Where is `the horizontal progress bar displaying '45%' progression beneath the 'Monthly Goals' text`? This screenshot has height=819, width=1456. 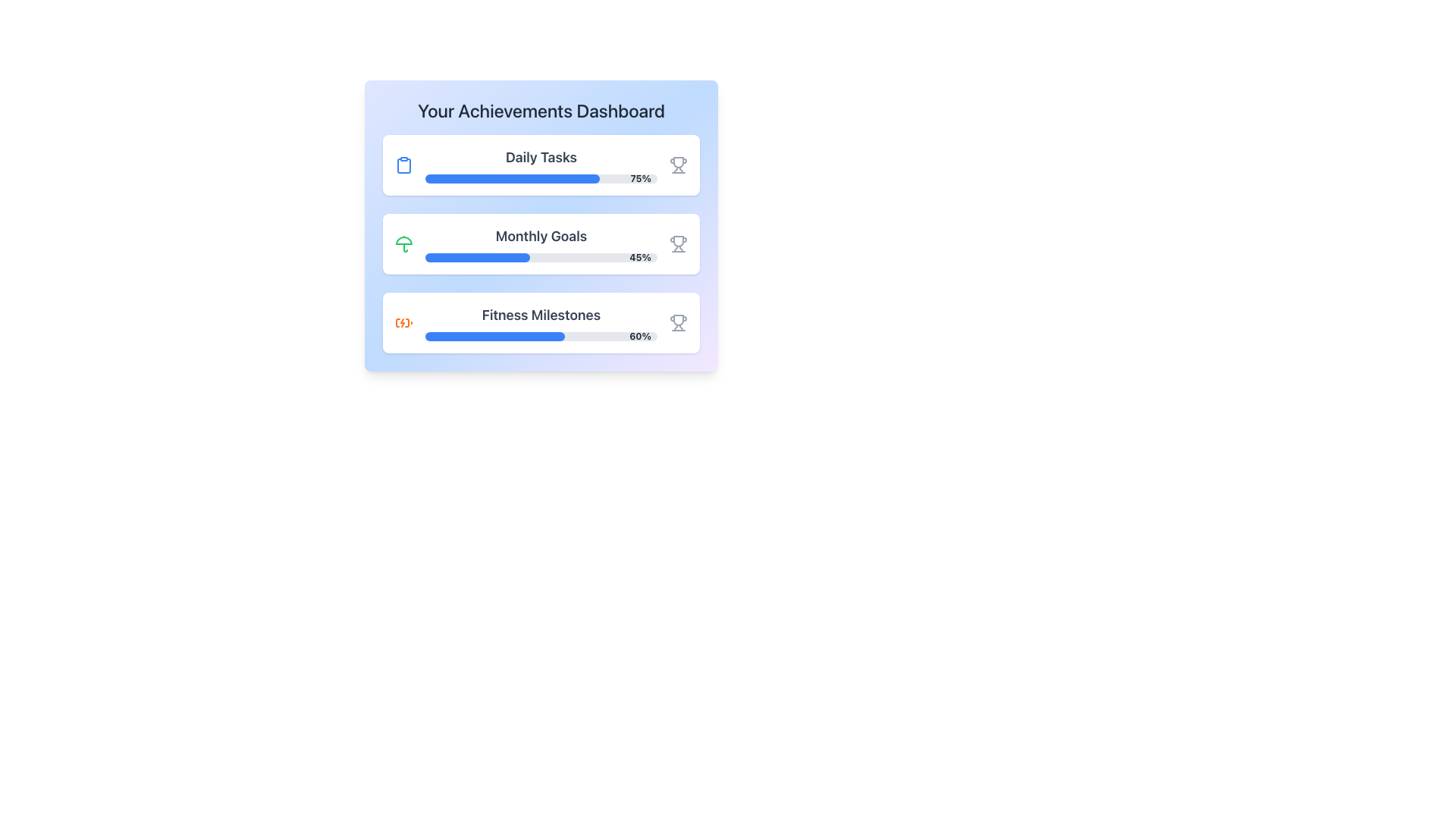
the horizontal progress bar displaying '45%' progression beneath the 'Monthly Goals' text is located at coordinates (541, 256).